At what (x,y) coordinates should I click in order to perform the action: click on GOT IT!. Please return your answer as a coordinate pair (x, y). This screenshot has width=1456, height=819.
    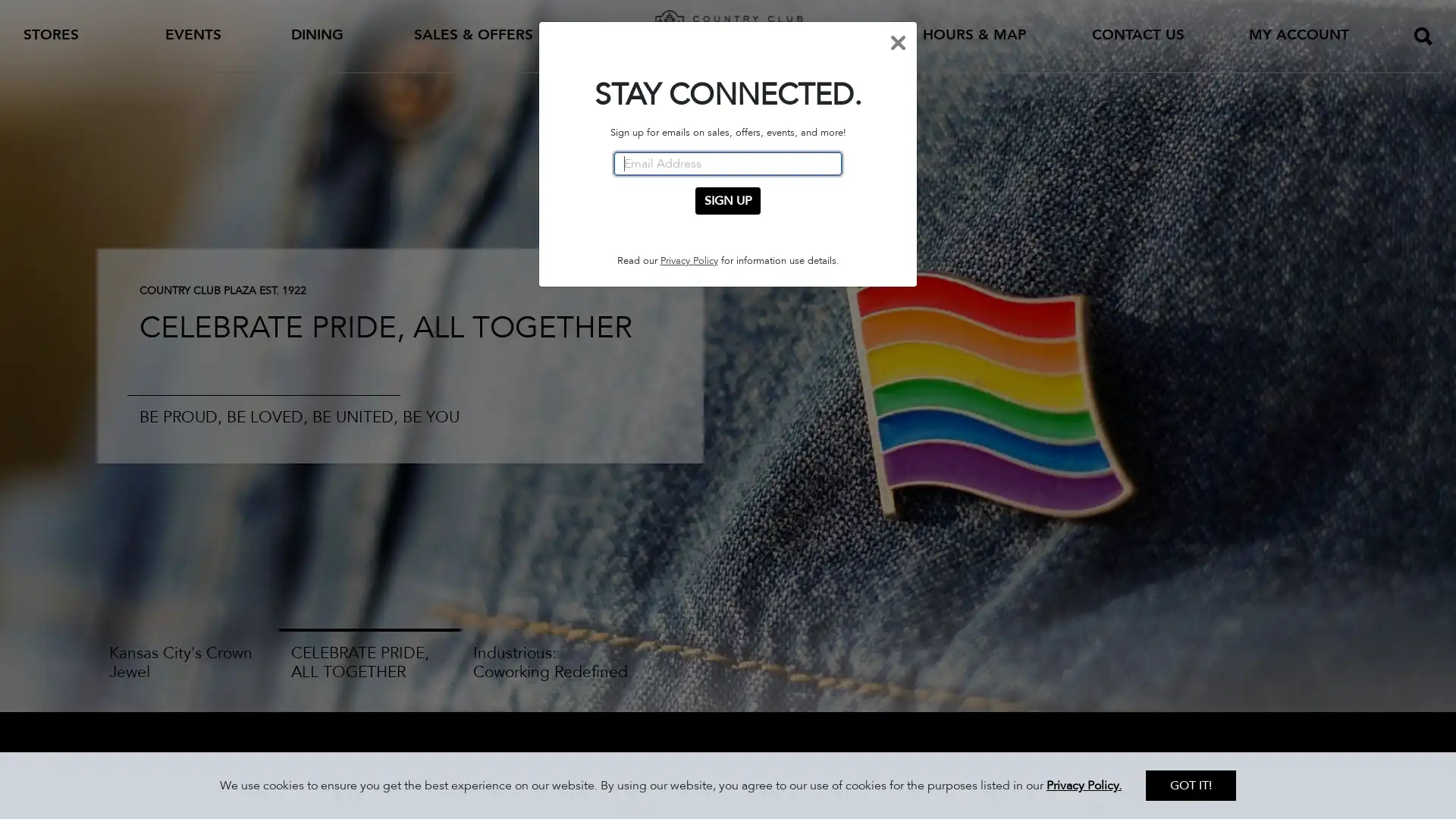
    Looking at the image, I should click on (1190, 785).